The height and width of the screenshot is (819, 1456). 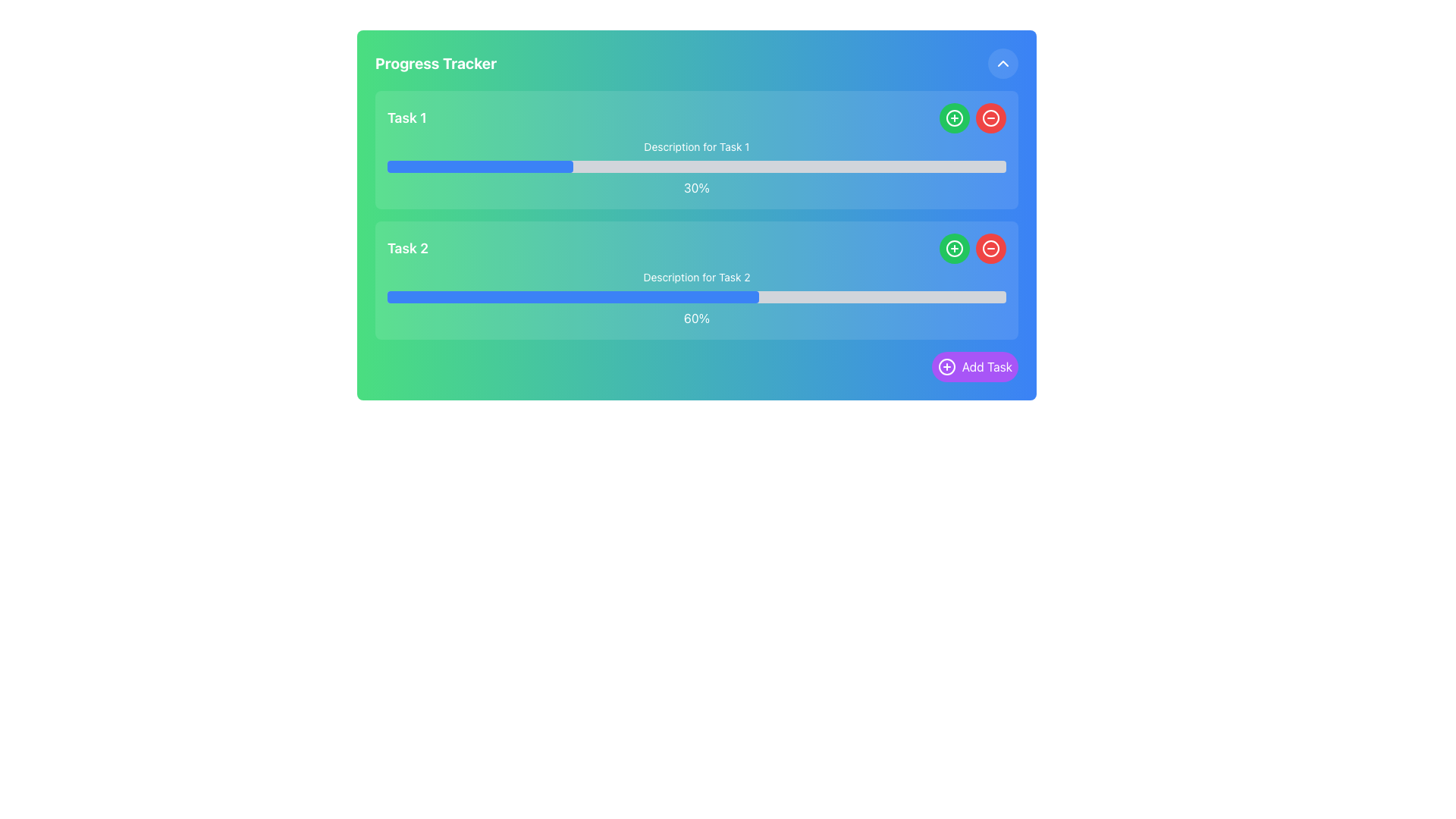 I want to click on the Progress Bar indicating 30% completion for 'Task 1' under the 'Progress Tracker' section, so click(x=479, y=166).